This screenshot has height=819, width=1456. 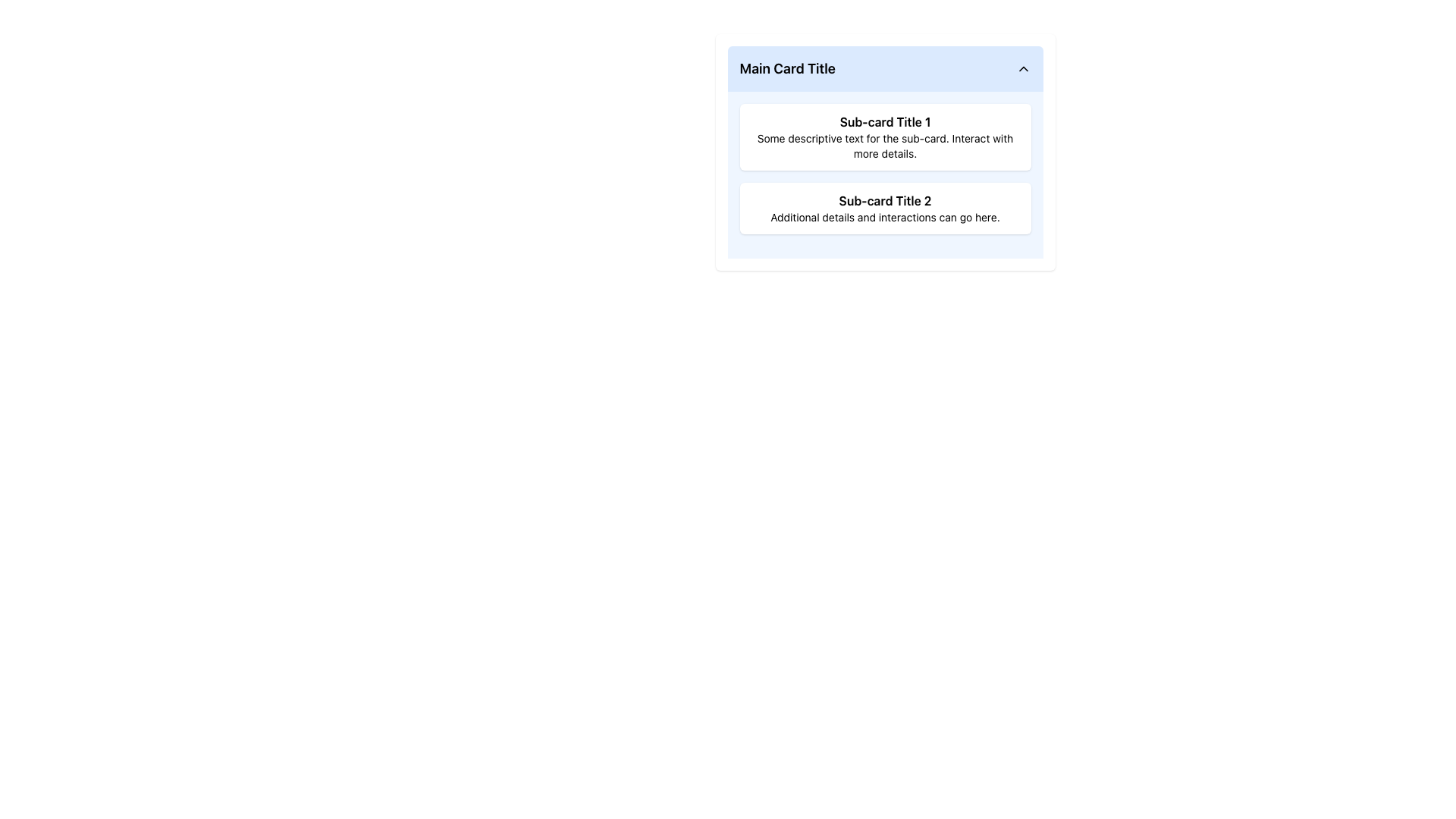 I want to click on the button located in the upper-right corner of the card's header, so click(x=1023, y=69).